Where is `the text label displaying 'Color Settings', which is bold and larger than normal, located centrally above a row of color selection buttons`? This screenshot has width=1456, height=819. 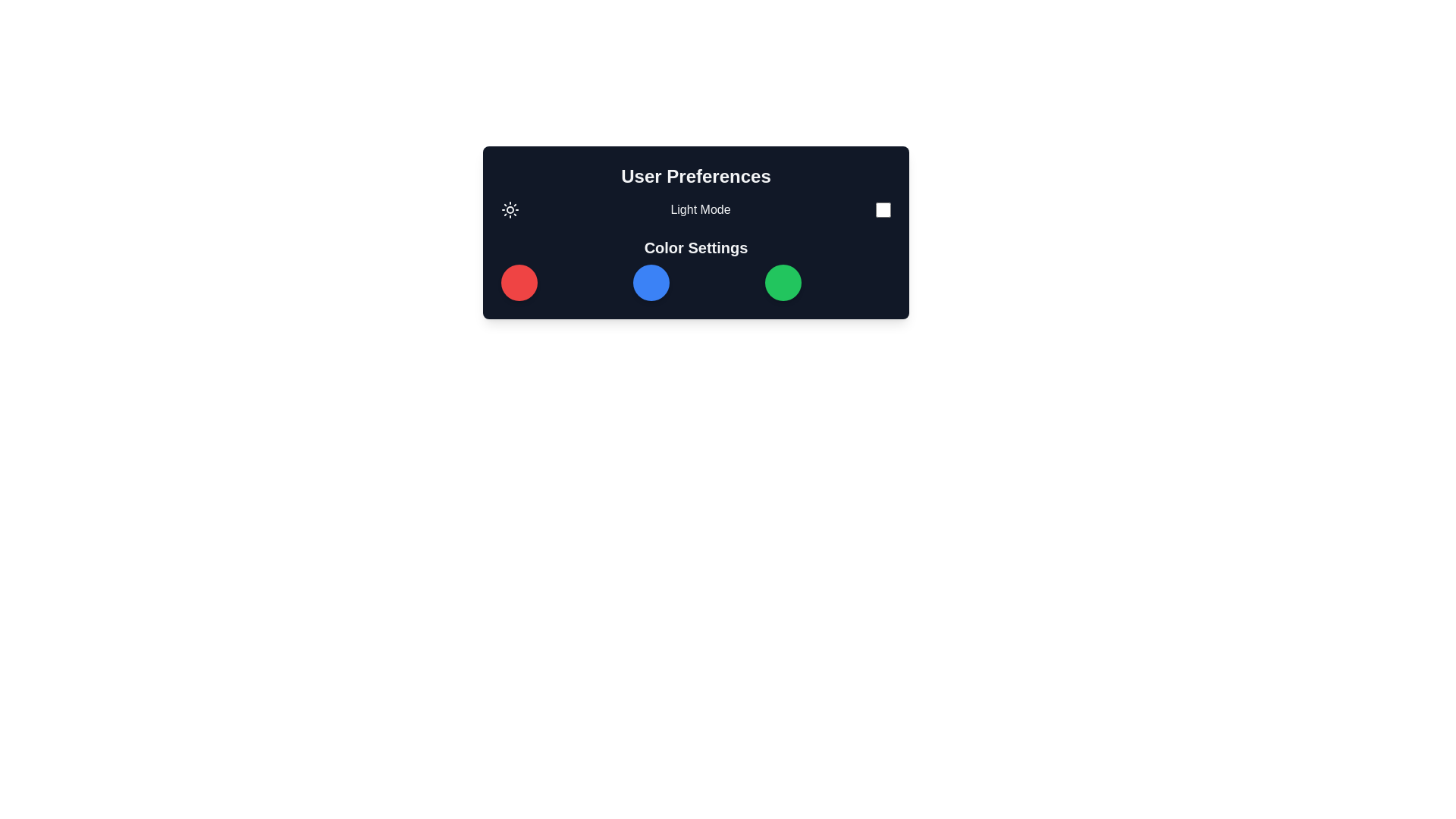 the text label displaying 'Color Settings', which is bold and larger than normal, located centrally above a row of color selection buttons is located at coordinates (695, 247).